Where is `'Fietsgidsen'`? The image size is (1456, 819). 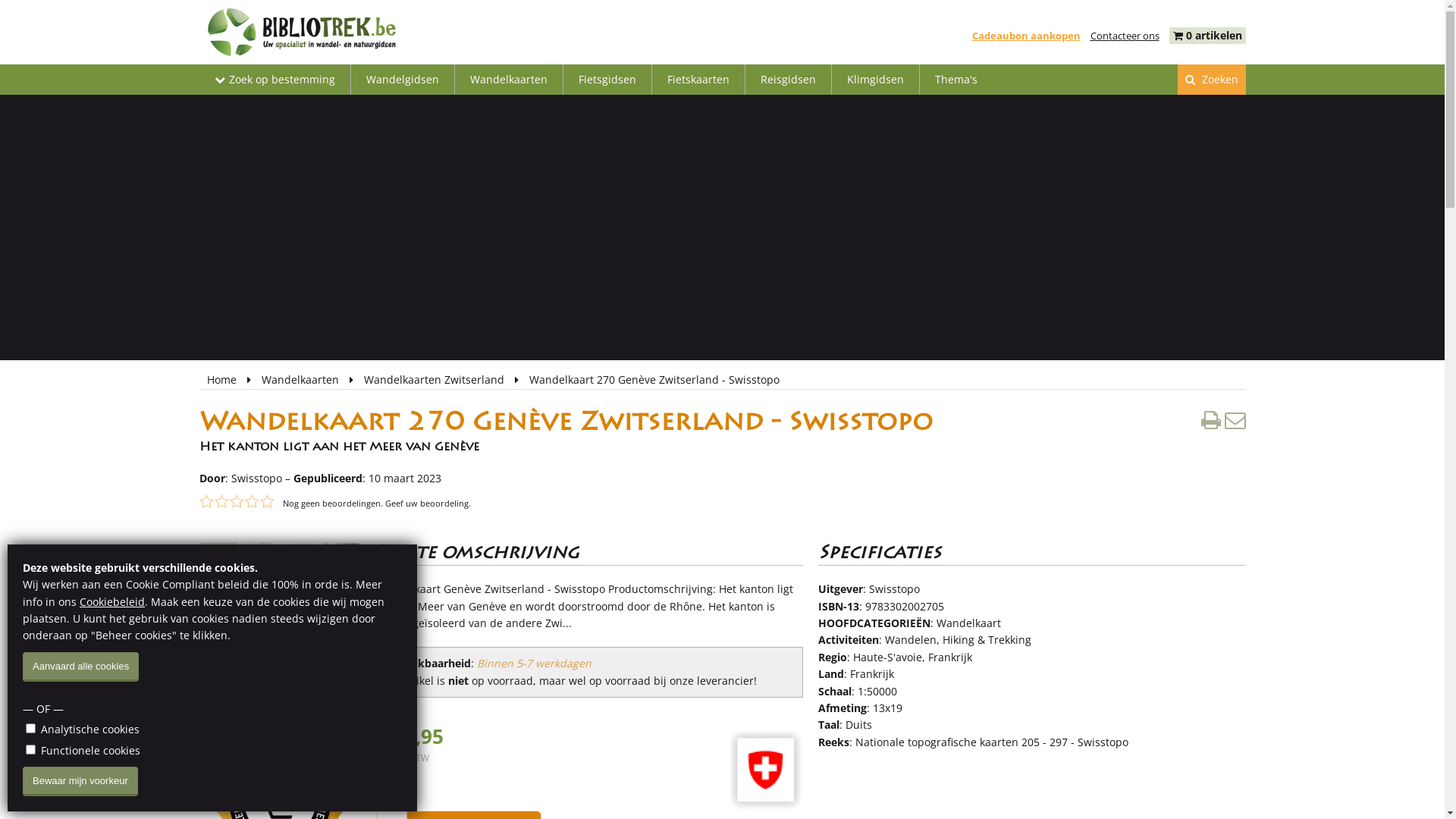 'Fietsgidsen' is located at coordinates (607, 79).